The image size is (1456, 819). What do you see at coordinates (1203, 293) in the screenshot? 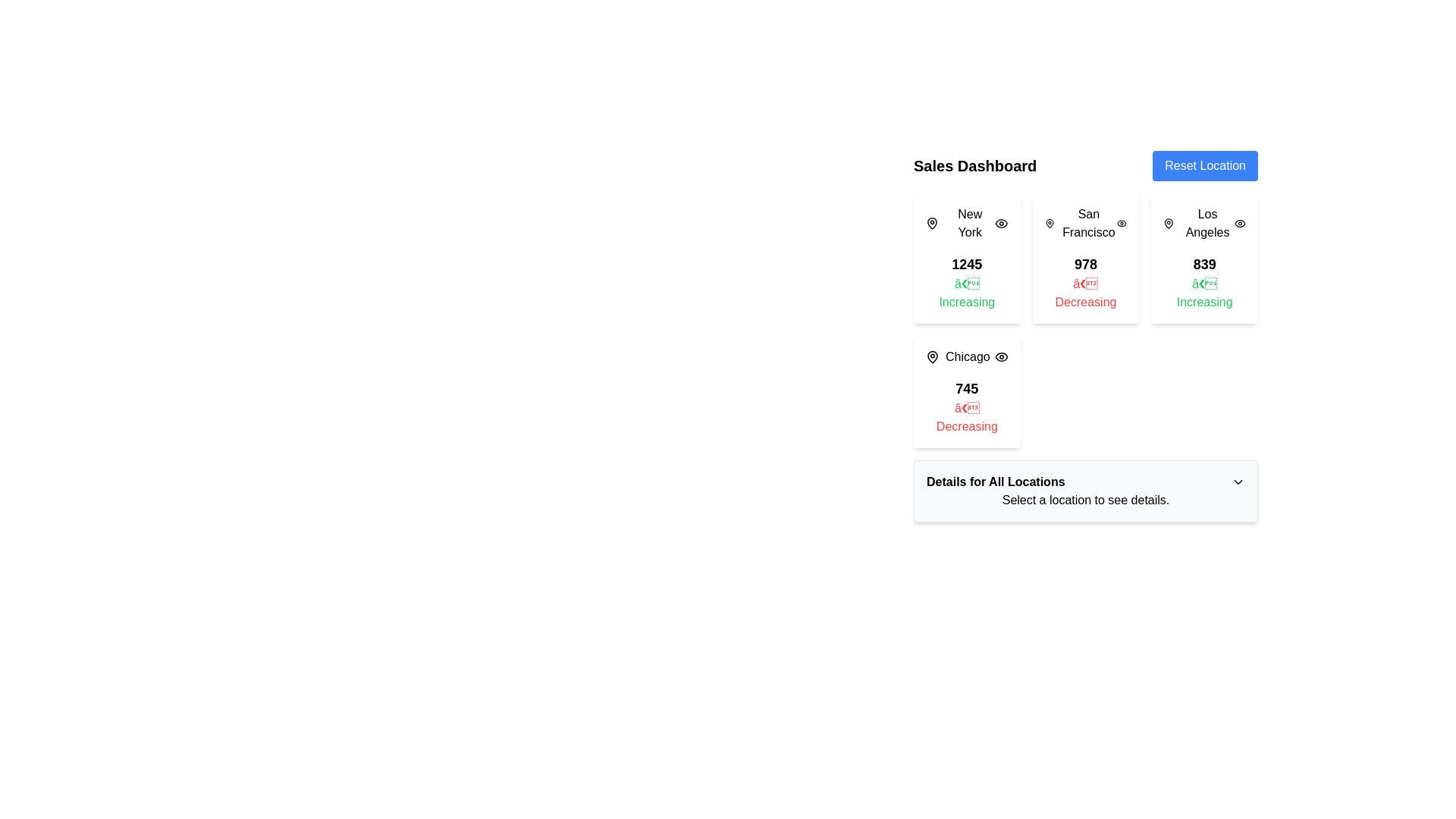
I see `text label indicating a positive trend below the number '839' in the 'Los Angeles' card located in the top-right corner of the dashboard` at bounding box center [1203, 293].